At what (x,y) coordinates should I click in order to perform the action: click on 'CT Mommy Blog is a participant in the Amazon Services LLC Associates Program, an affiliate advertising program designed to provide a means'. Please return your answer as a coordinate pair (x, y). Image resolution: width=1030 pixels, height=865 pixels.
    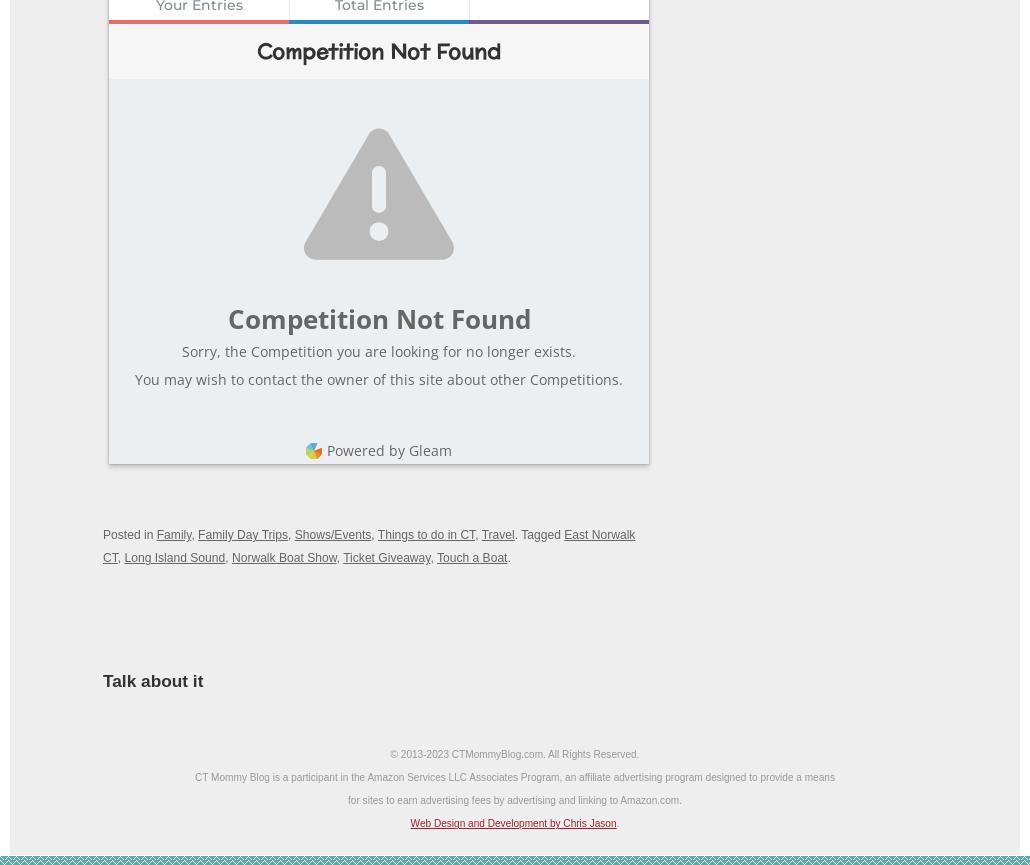
    Looking at the image, I should click on (513, 776).